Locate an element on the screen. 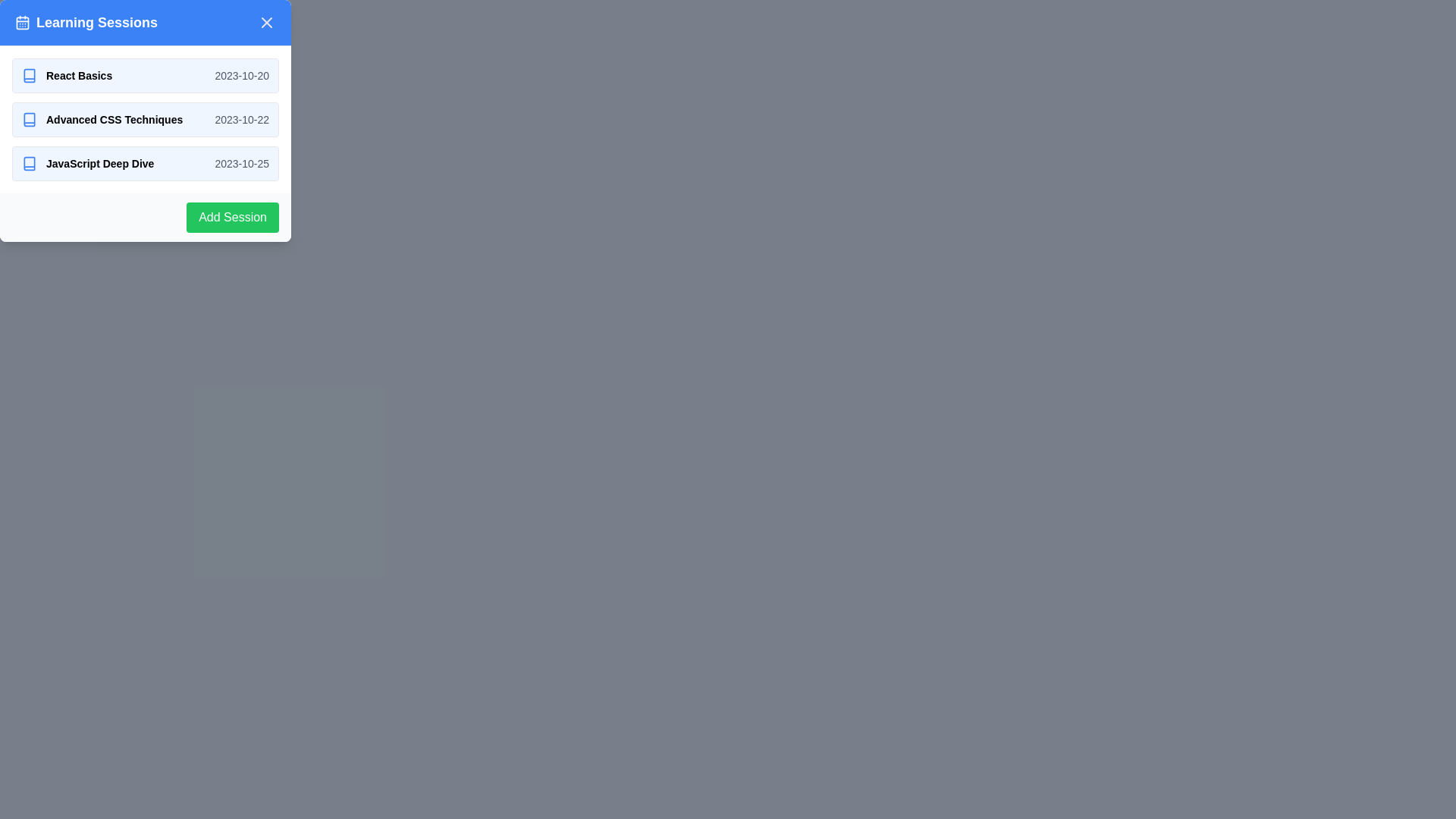  the calendar icon located at the very left of the 'Learning Sessions' title bar is located at coordinates (22, 23).